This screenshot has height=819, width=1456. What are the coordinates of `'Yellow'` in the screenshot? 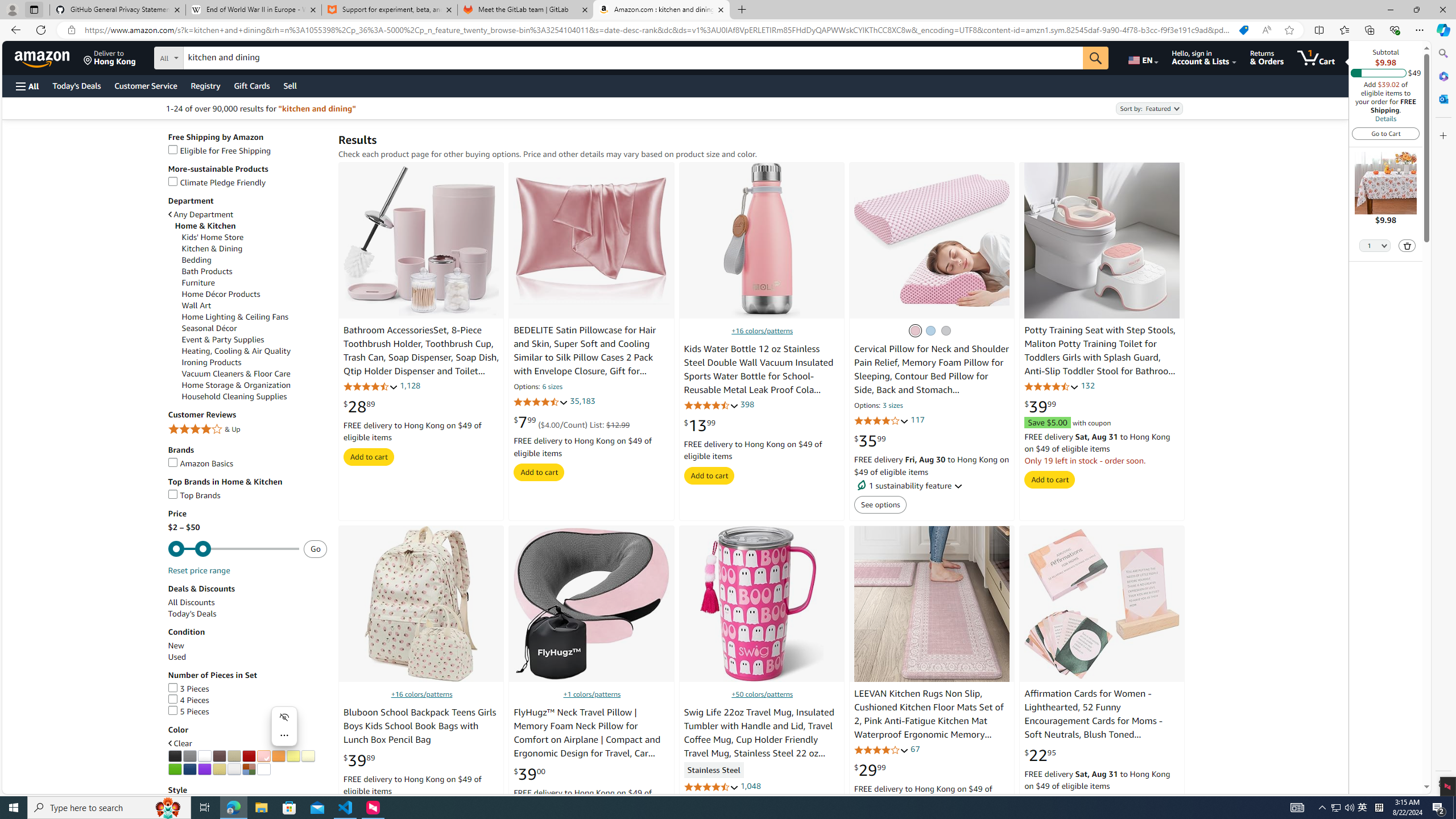 It's located at (292, 755).